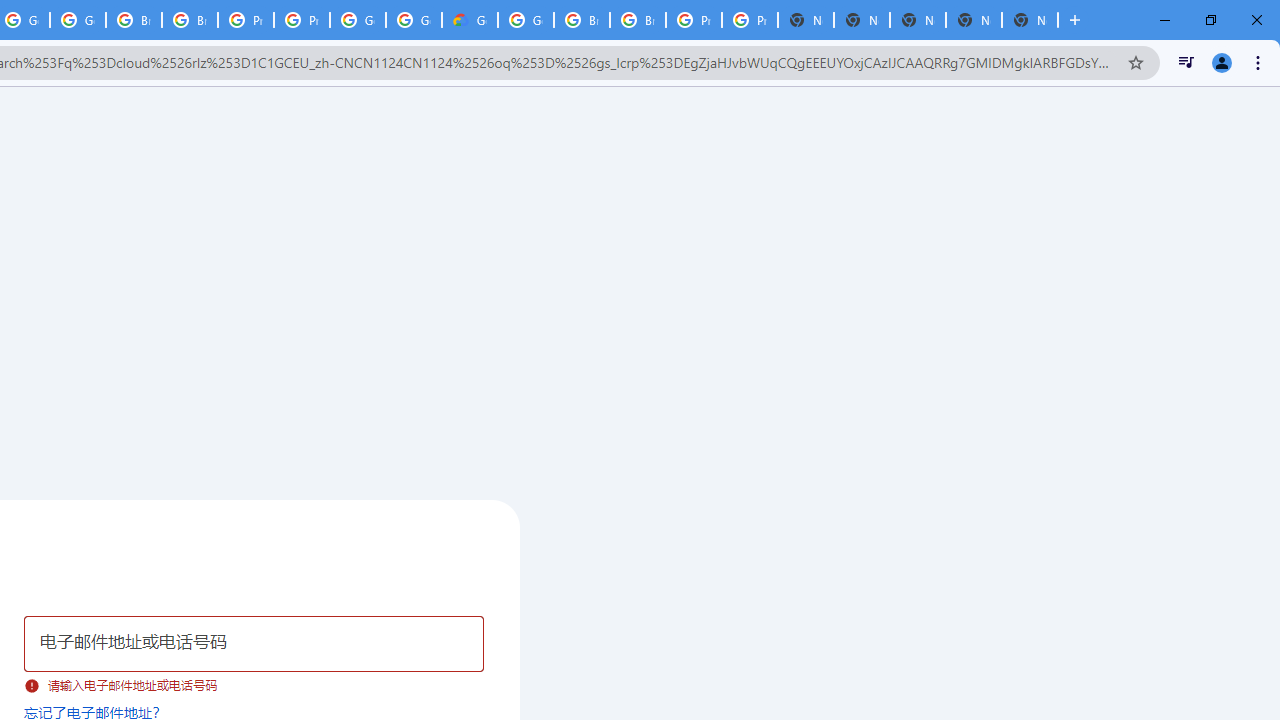 This screenshot has height=720, width=1280. What do you see at coordinates (1030, 20) in the screenshot?
I see `'New Tab'` at bounding box center [1030, 20].